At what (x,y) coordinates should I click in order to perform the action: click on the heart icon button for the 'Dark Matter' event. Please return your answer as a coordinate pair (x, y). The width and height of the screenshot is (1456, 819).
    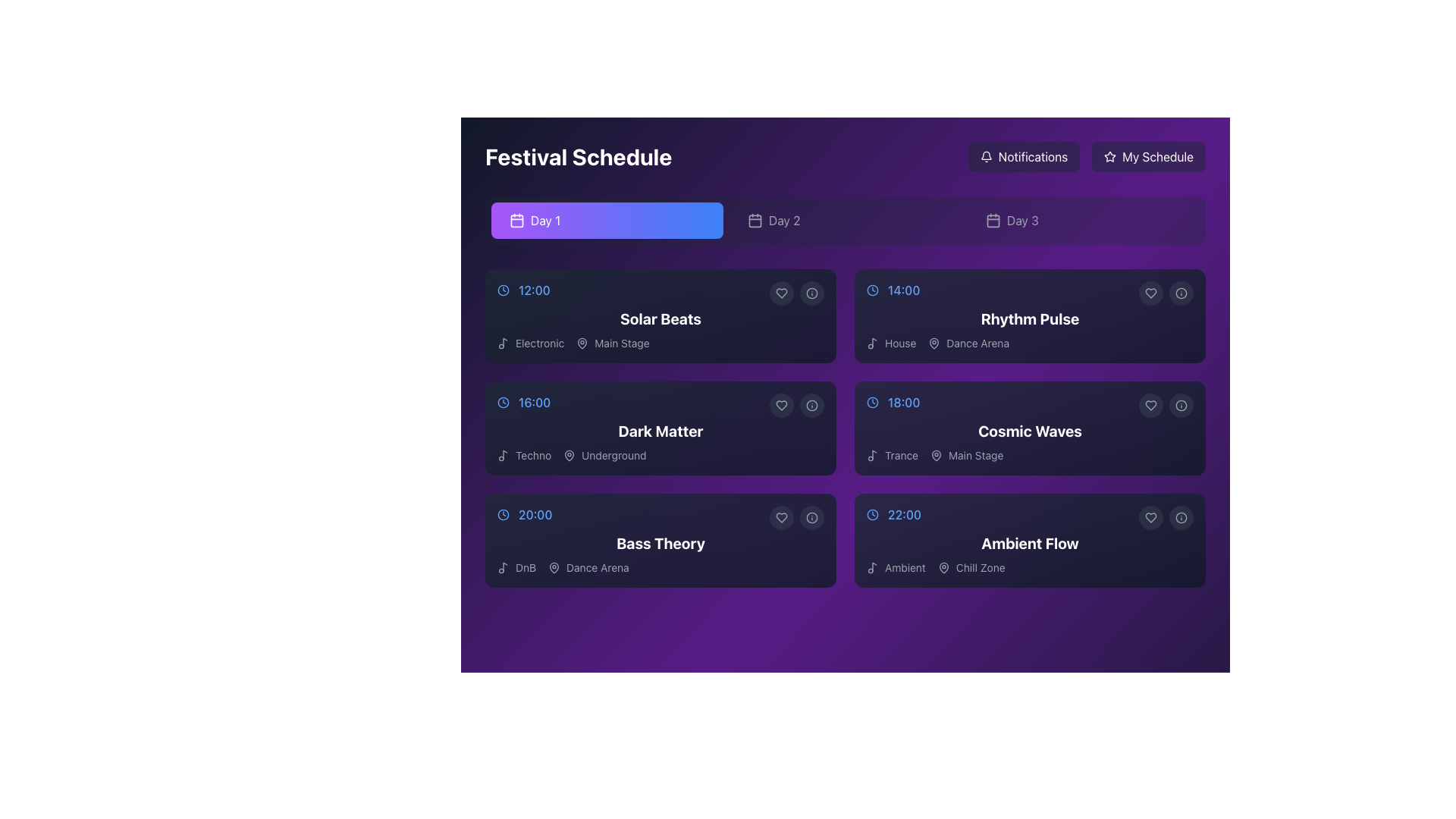
    Looking at the image, I should click on (782, 405).